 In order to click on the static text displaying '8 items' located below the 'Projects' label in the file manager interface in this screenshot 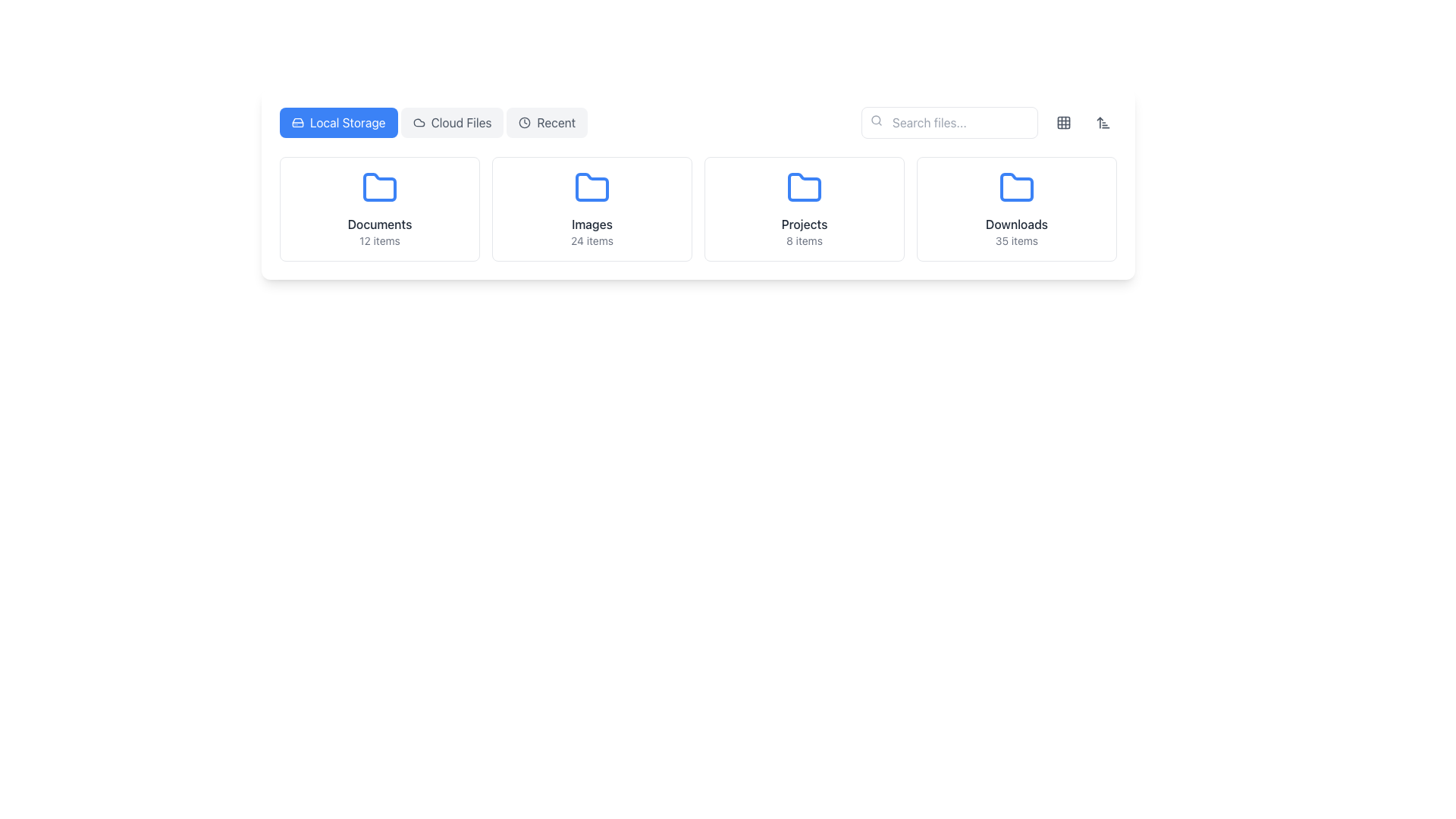, I will do `click(803, 240)`.